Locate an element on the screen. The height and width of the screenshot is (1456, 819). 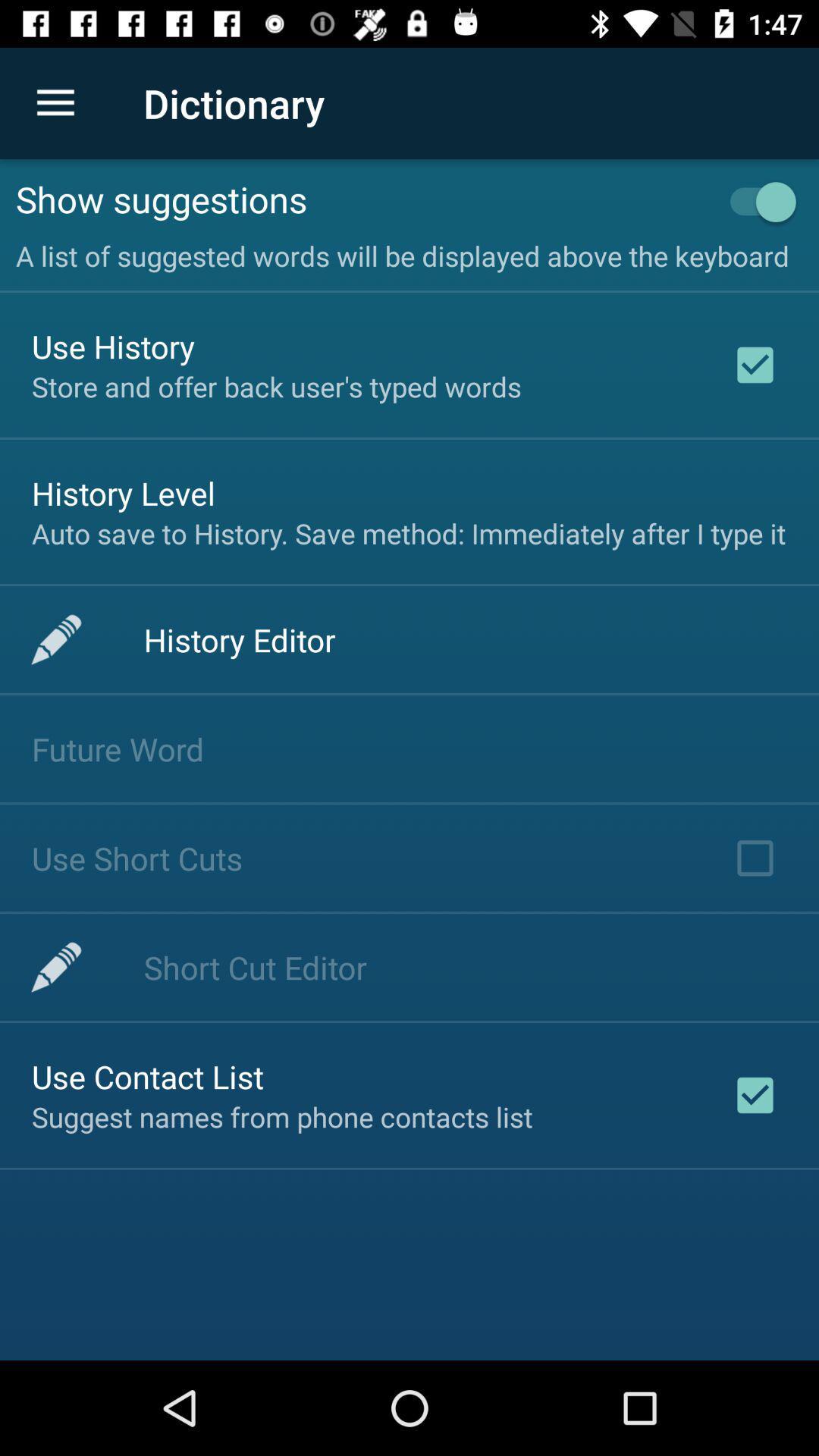
icon below use history icon is located at coordinates (276, 386).